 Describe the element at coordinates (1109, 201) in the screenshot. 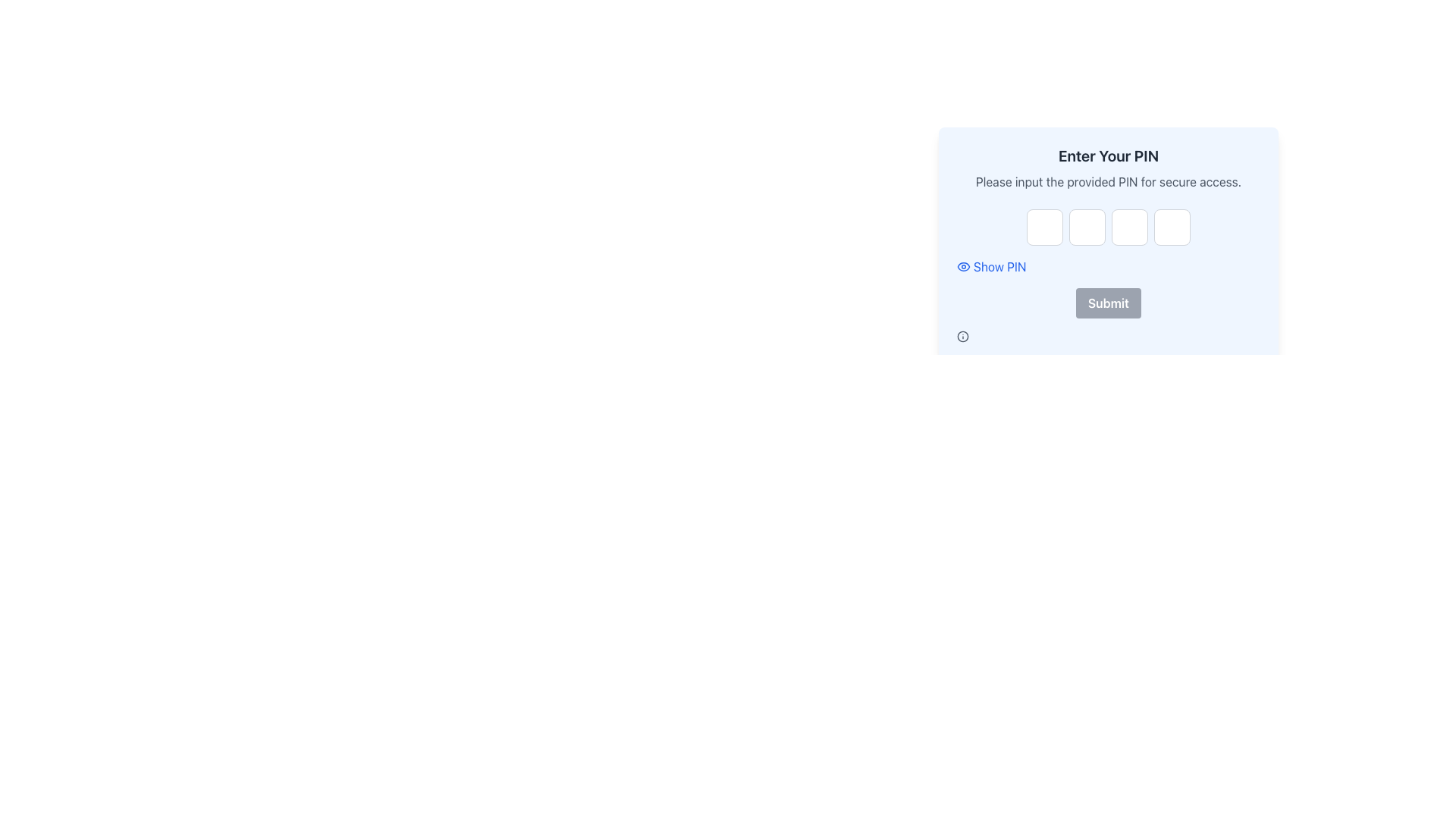

I see `the input field in the modal box` at that location.